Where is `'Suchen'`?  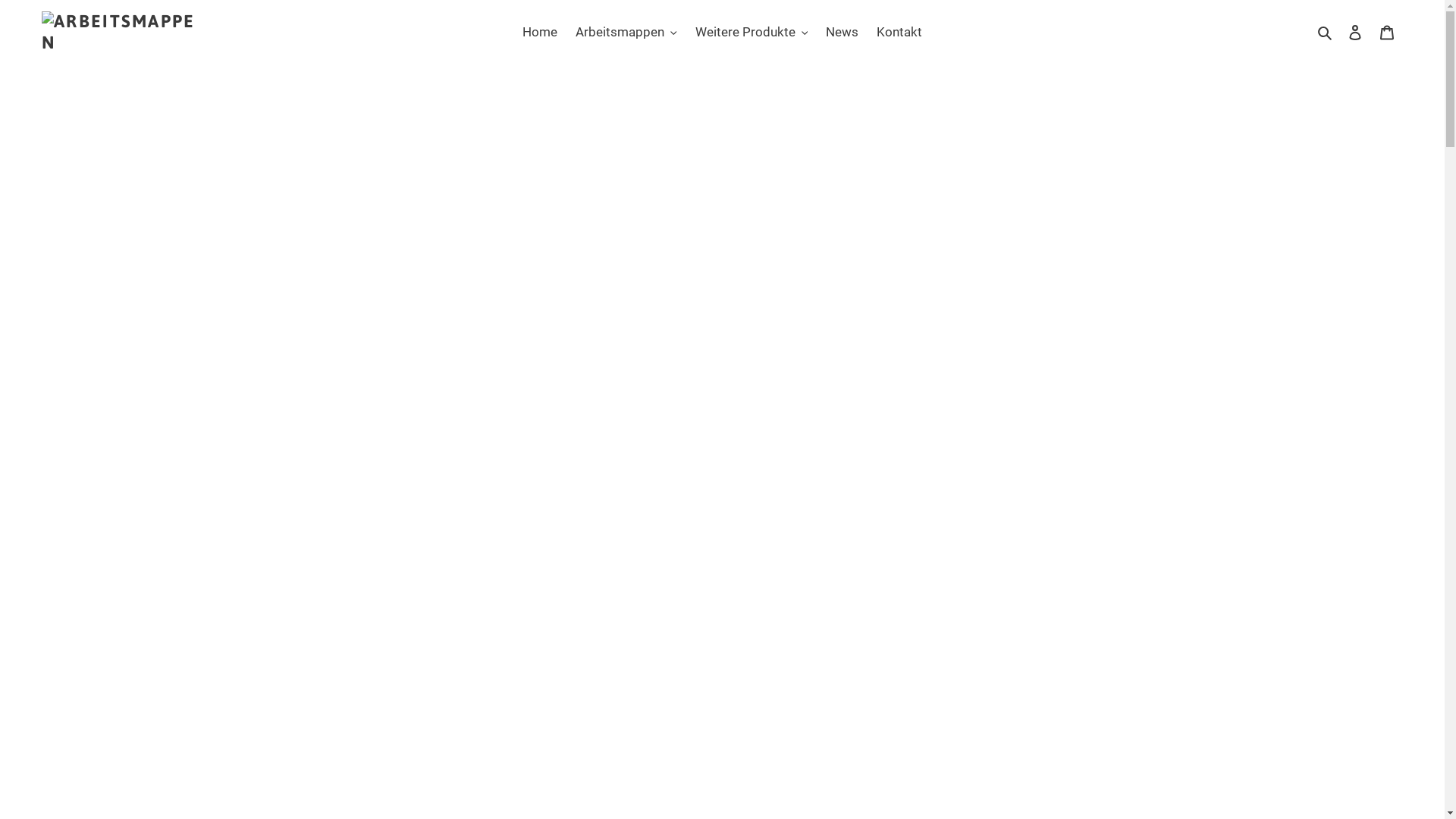 'Suchen' is located at coordinates (1325, 32).